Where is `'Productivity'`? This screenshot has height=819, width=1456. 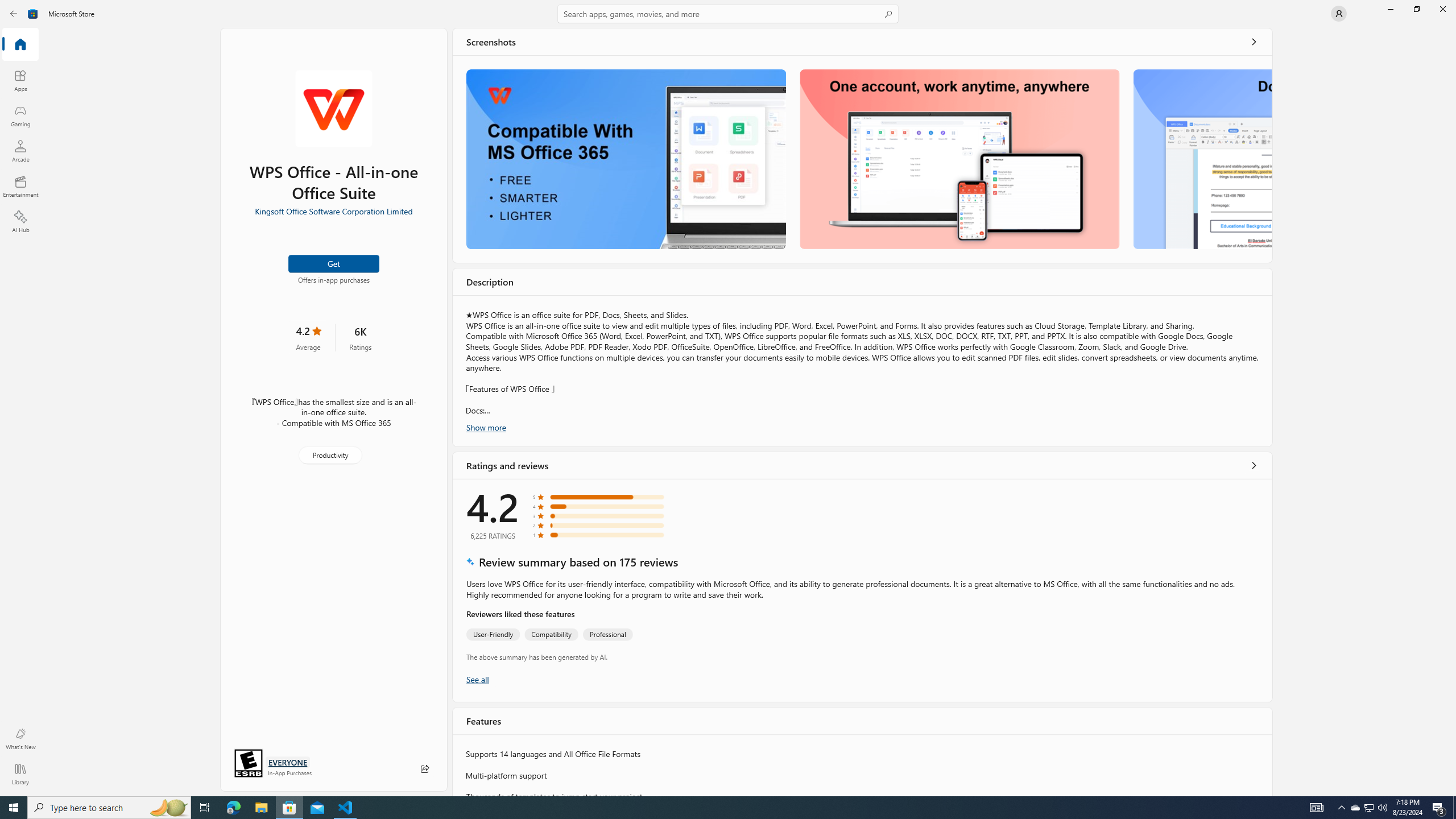
'Productivity' is located at coordinates (329, 454).